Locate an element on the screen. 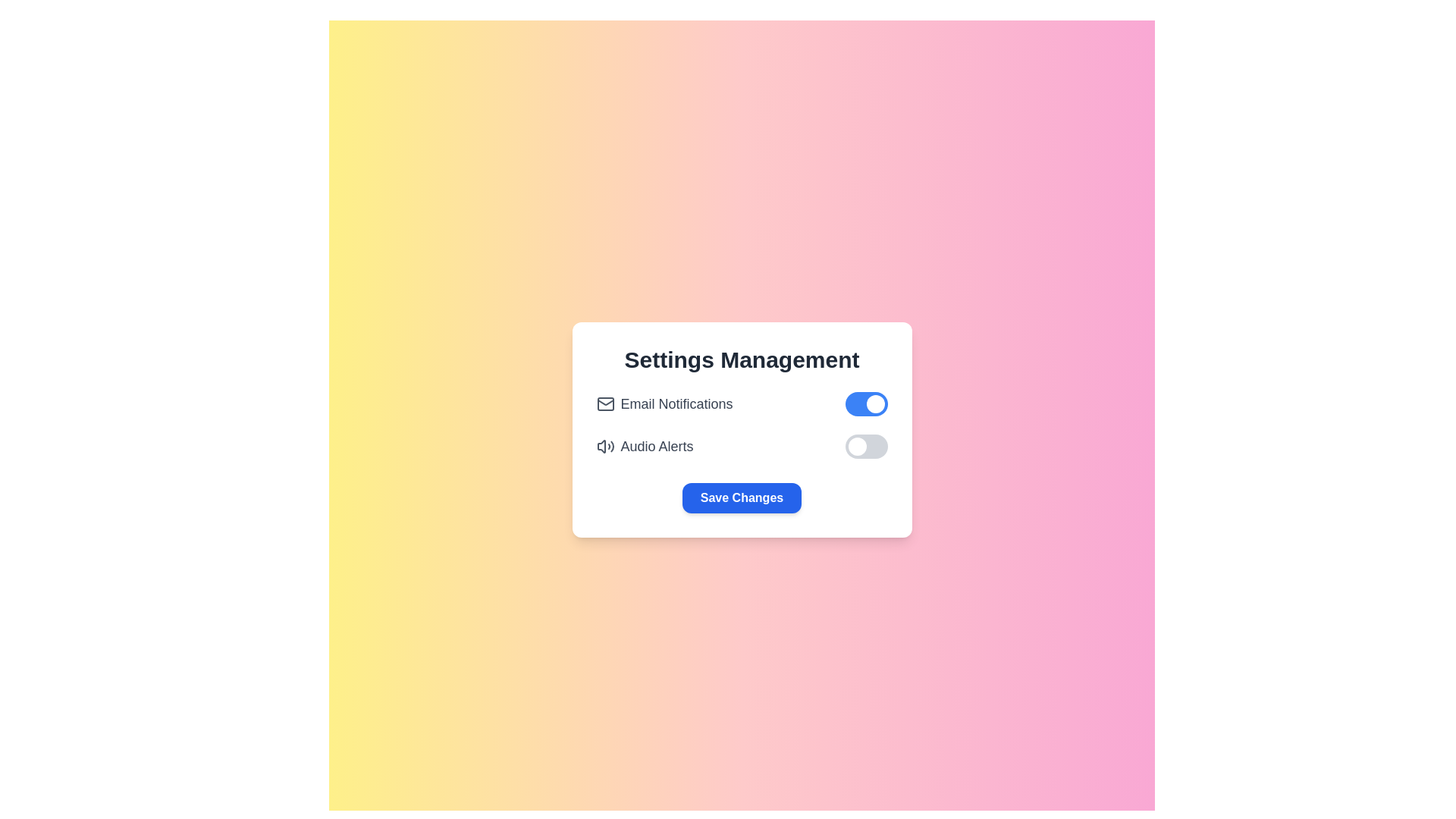 The height and width of the screenshot is (819, 1456). the 'Save Changes' button, which is a rectangular button with a blue background and white text, located at the bottom of the settings panel under 'Audio Alerts.' is located at coordinates (742, 497).